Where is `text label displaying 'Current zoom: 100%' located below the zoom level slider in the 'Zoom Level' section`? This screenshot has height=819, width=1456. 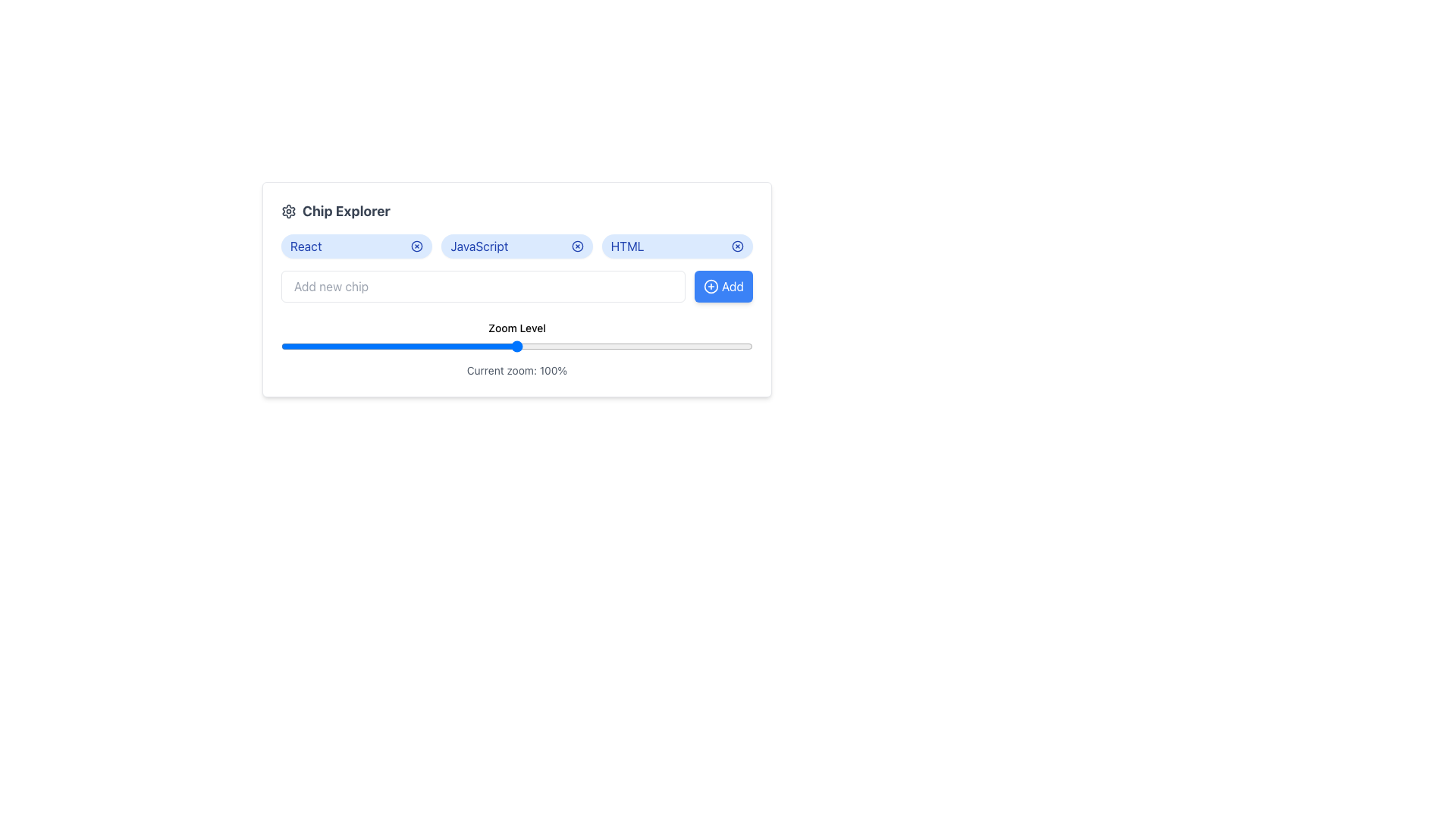 text label displaying 'Current zoom: 100%' located below the zoom level slider in the 'Zoom Level' section is located at coordinates (516, 371).